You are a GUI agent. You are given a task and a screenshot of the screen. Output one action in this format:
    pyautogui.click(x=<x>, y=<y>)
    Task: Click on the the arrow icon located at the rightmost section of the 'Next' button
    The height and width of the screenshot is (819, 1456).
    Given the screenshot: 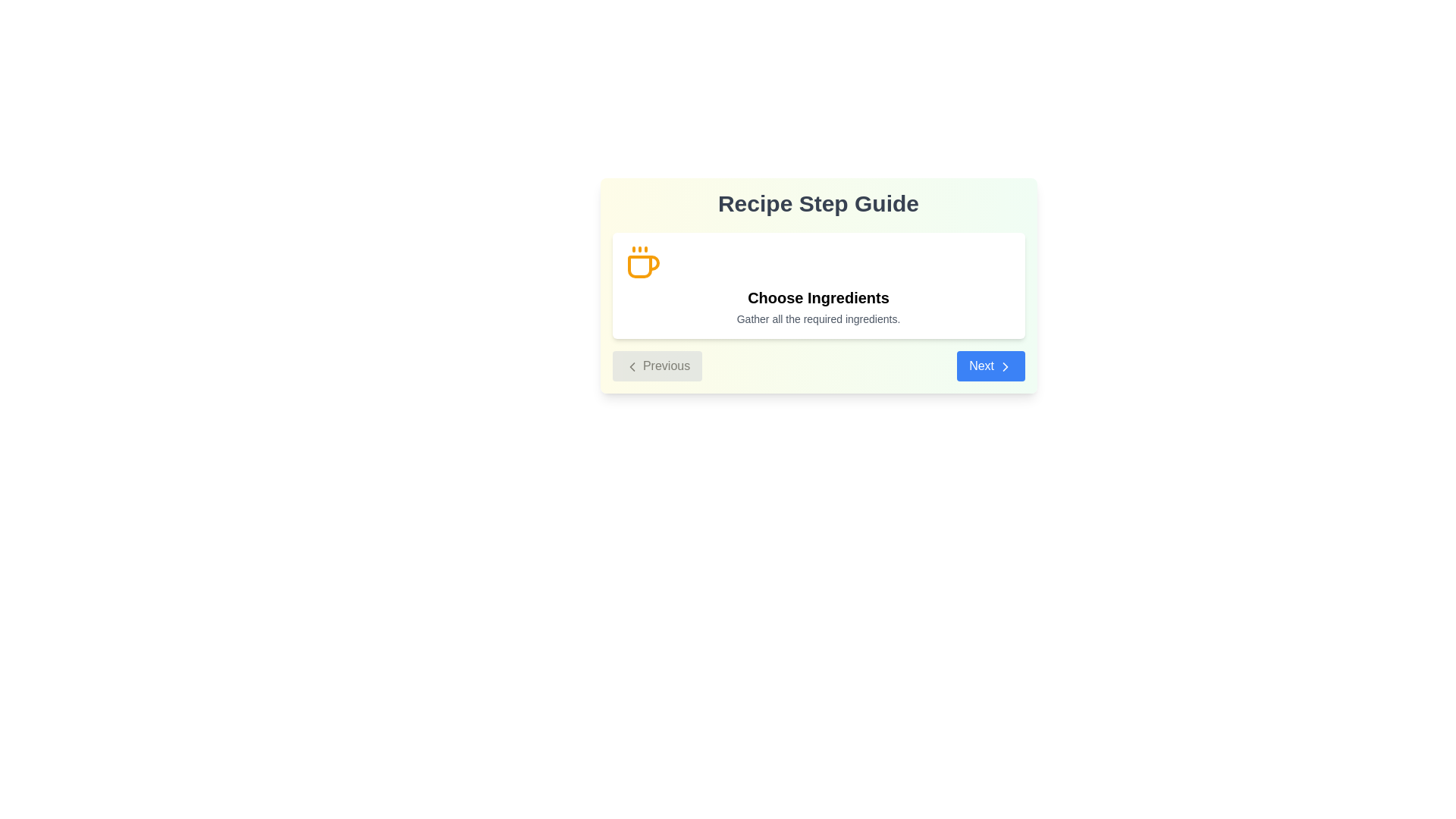 What is the action you would take?
    pyautogui.click(x=1005, y=366)
    